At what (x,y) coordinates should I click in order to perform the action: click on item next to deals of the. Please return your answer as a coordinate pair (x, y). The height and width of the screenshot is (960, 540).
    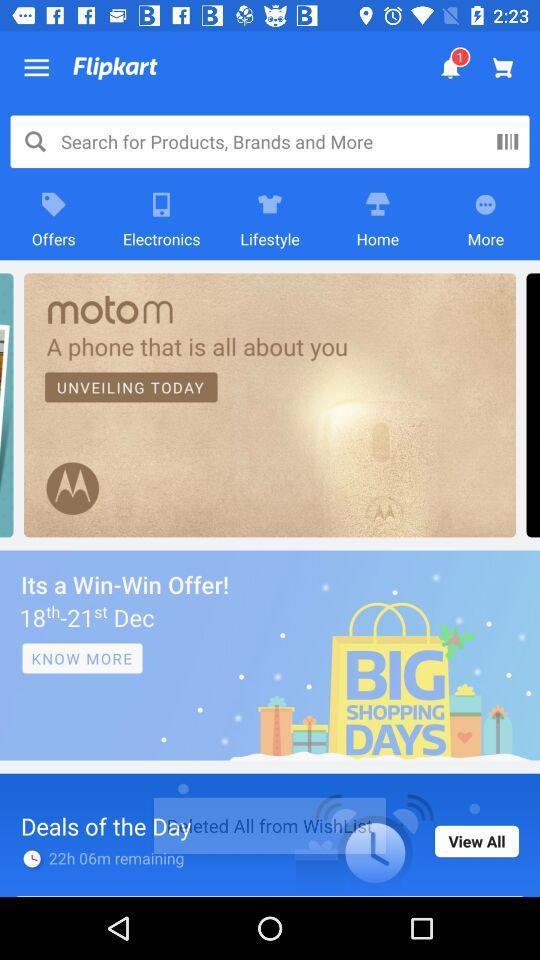
    Looking at the image, I should click on (475, 840).